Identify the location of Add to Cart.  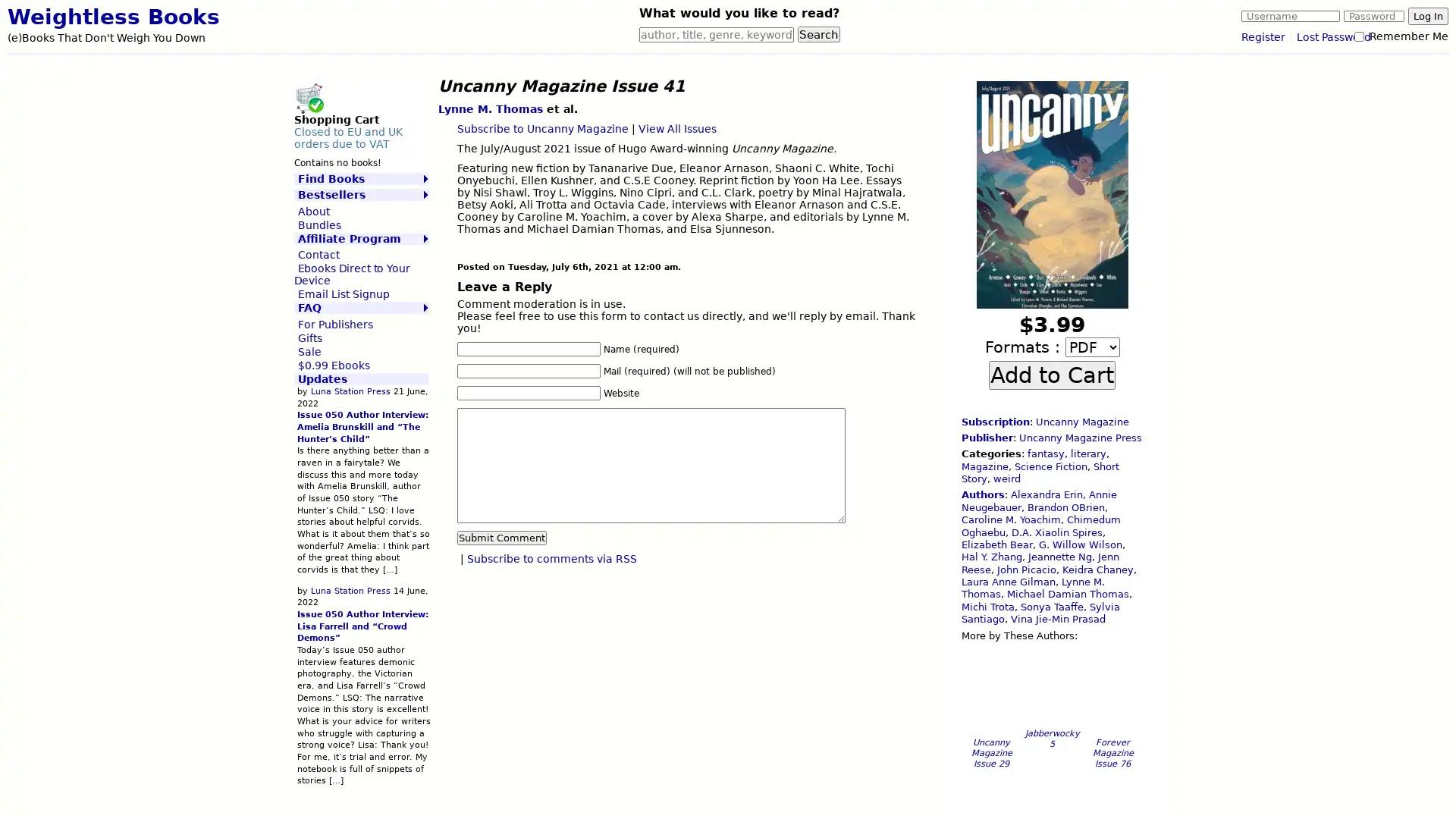
(1051, 374).